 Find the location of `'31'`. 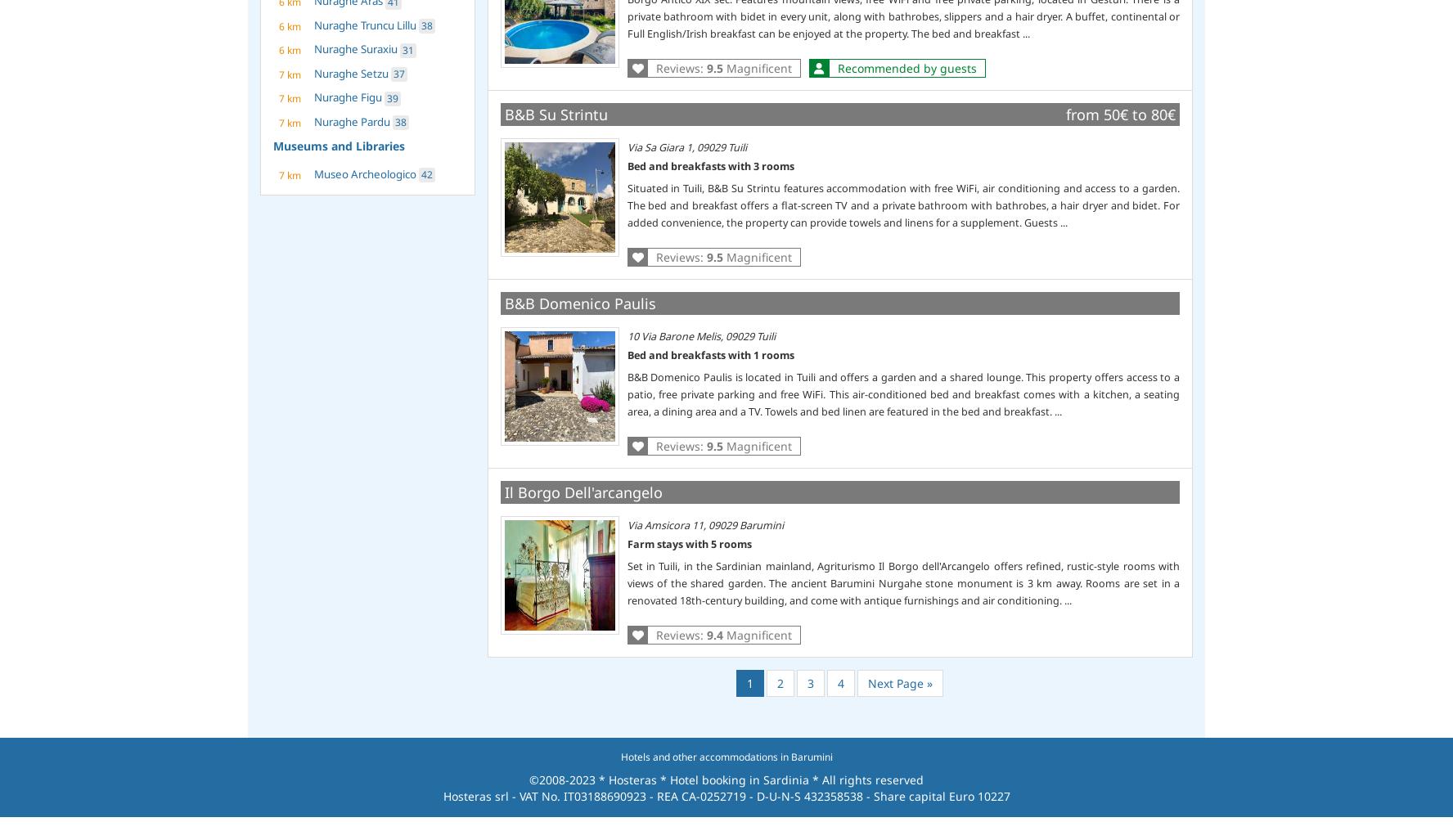

'31' is located at coordinates (407, 48).